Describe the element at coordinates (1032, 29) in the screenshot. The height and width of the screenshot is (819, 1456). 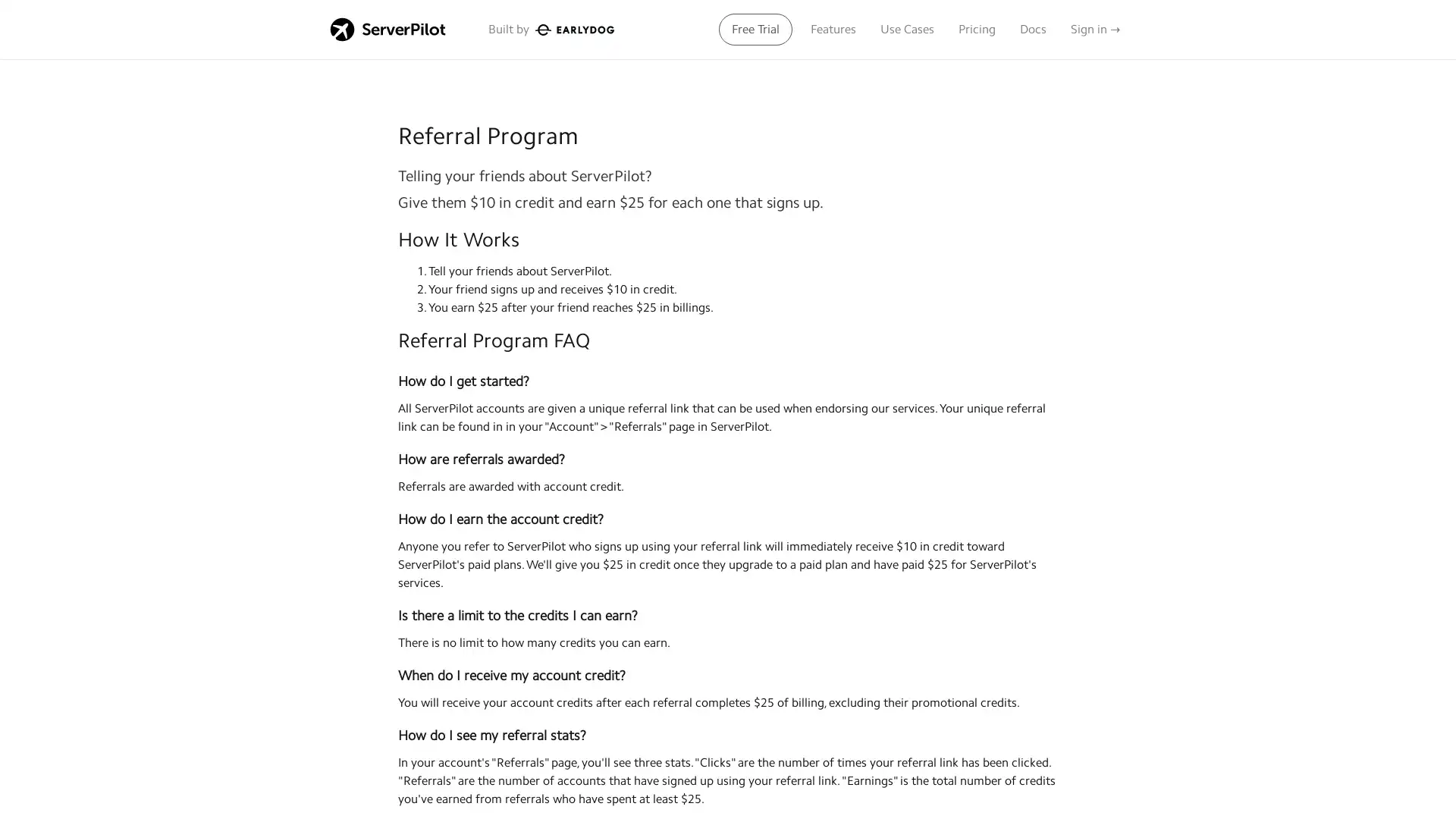
I see `Docs` at that location.